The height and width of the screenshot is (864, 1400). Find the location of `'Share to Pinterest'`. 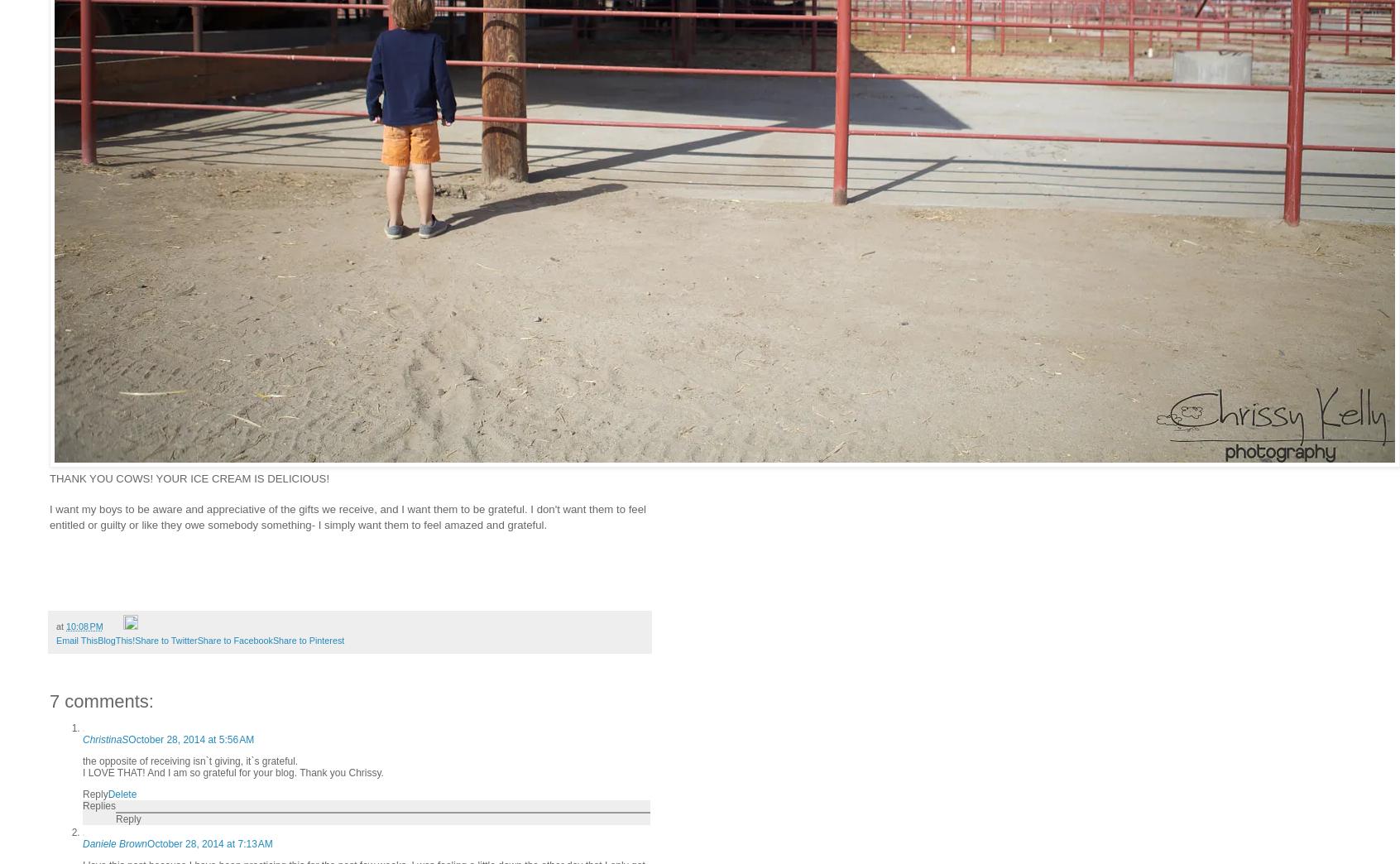

'Share to Pinterest' is located at coordinates (308, 641).